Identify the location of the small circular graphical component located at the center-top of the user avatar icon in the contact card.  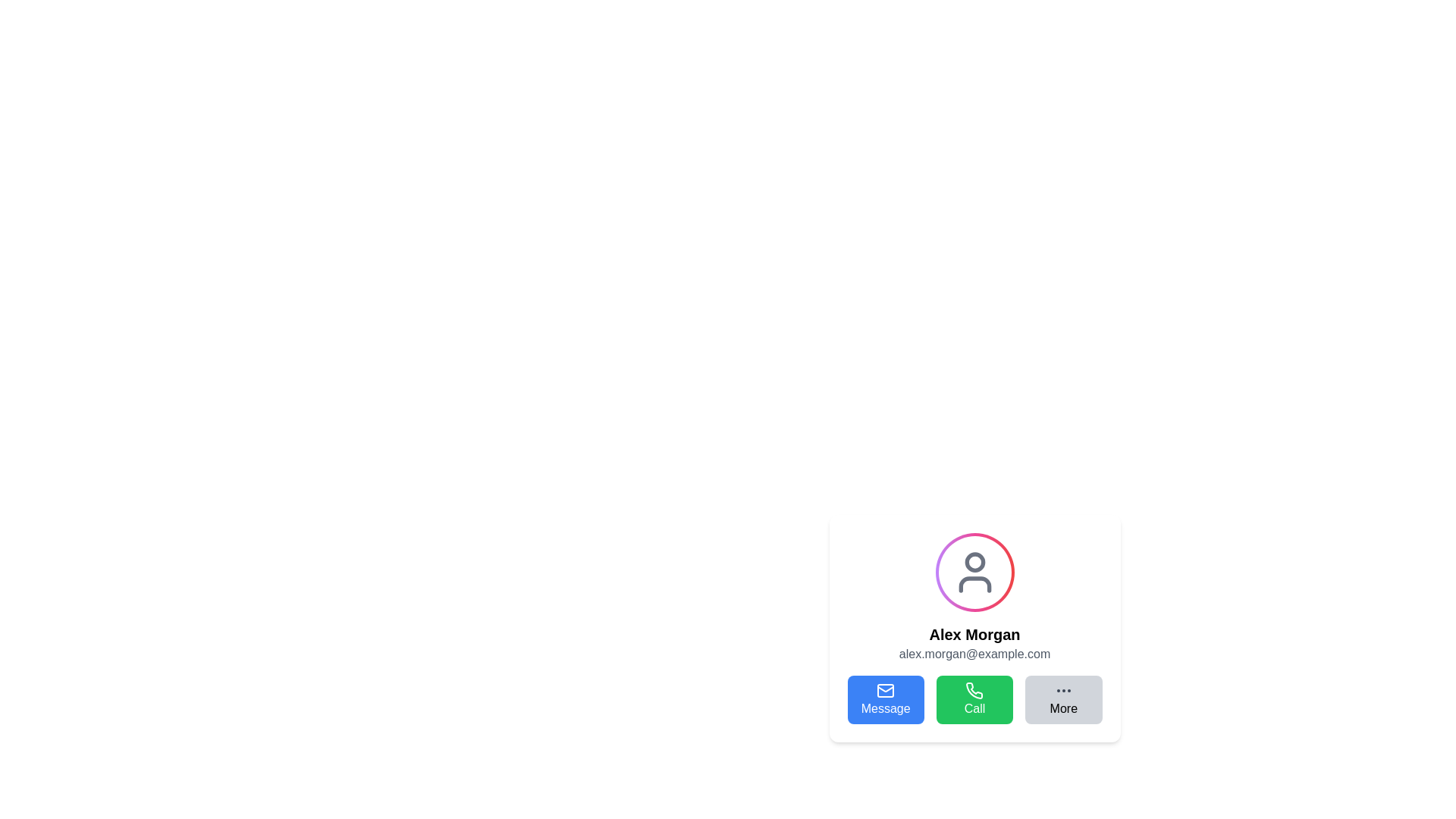
(974, 562).